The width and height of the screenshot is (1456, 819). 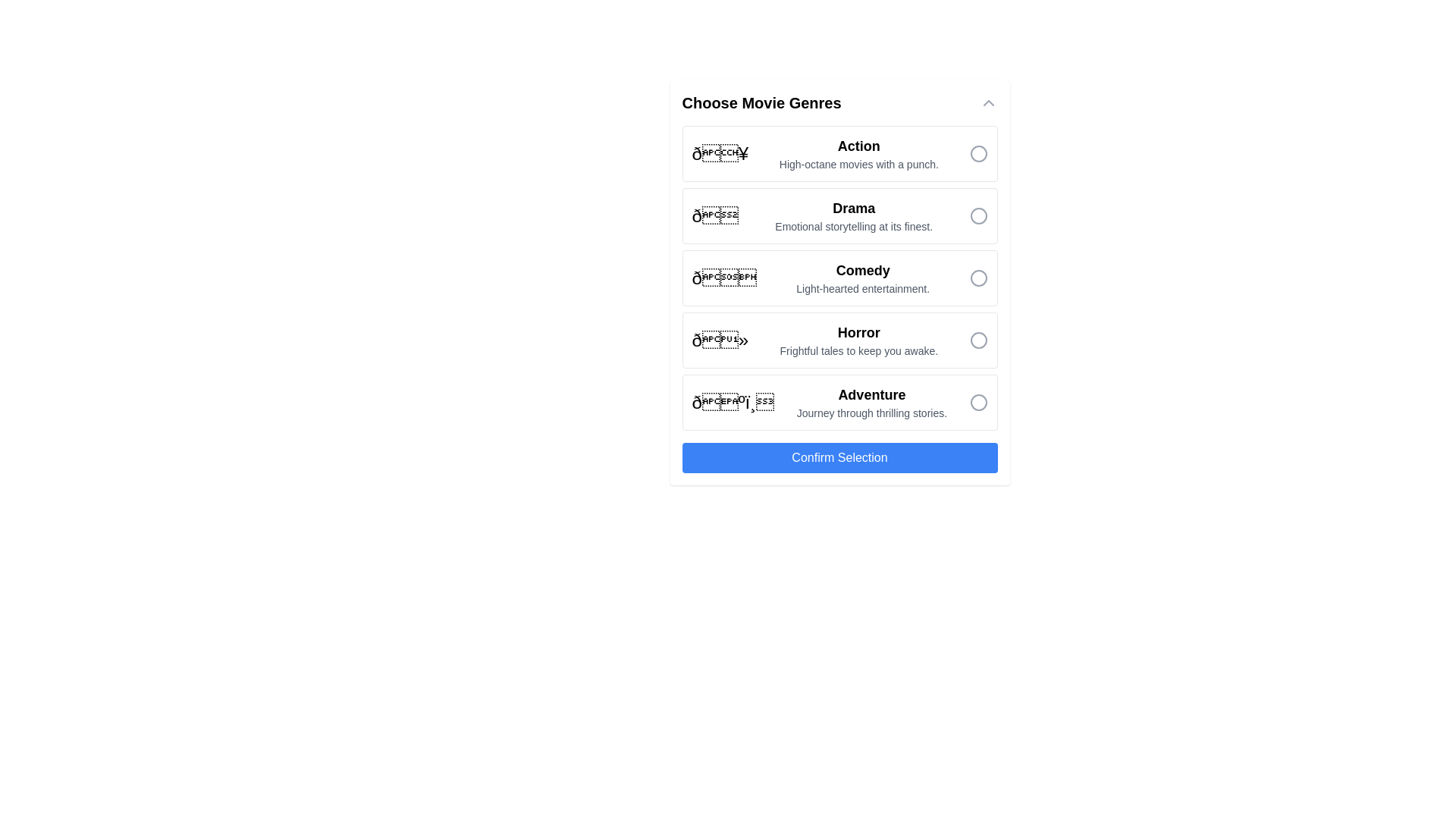 I want to click on the text label displaying "Emotional storytelling at its finest." which is styled in gray and positioned beneath the bold text "Drama" in the movie genre selection list, so click(x=854, y=227).